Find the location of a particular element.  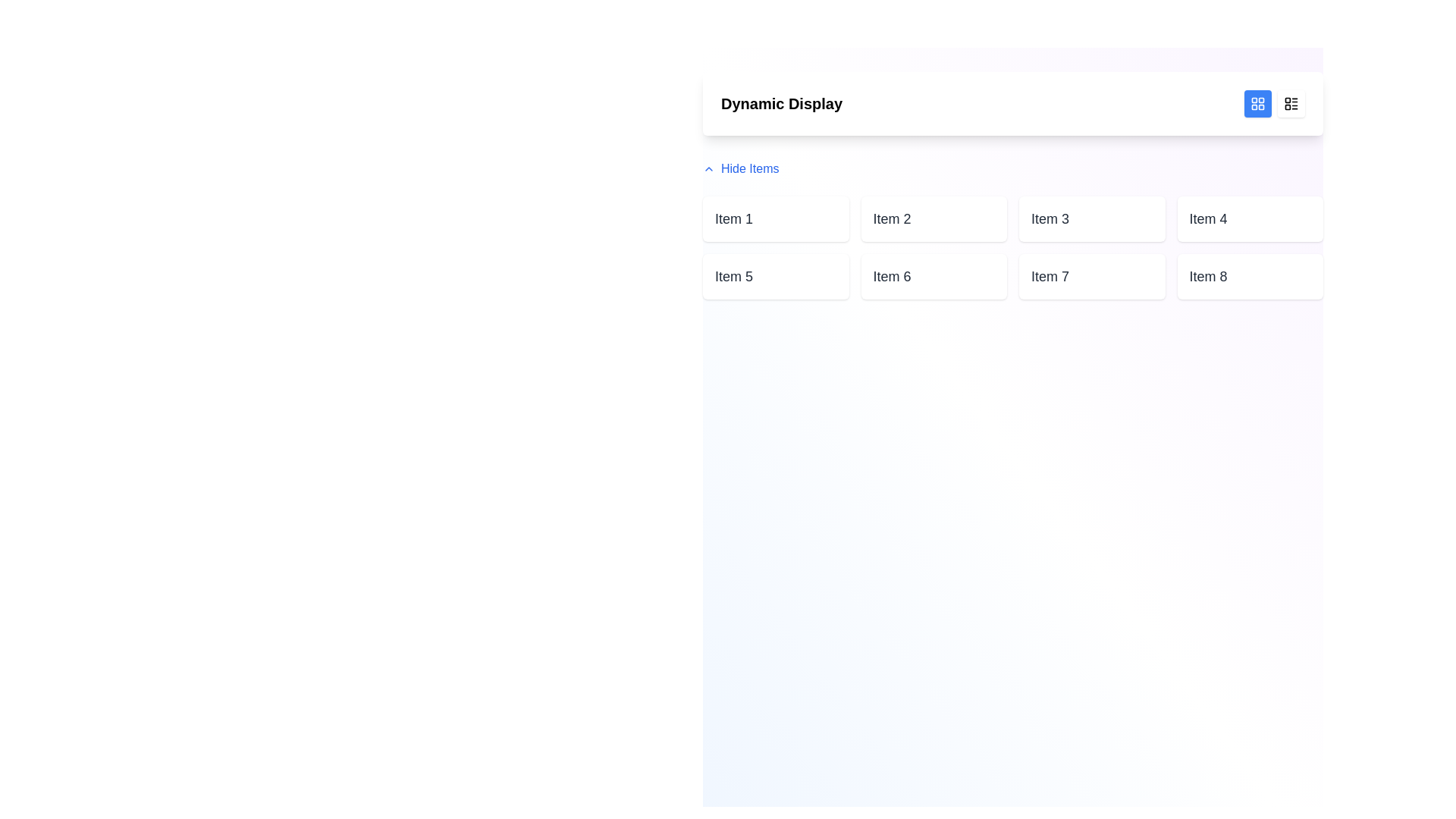

the collapse button next to the 'Hide Items' text is located at coordinates (708, 169).